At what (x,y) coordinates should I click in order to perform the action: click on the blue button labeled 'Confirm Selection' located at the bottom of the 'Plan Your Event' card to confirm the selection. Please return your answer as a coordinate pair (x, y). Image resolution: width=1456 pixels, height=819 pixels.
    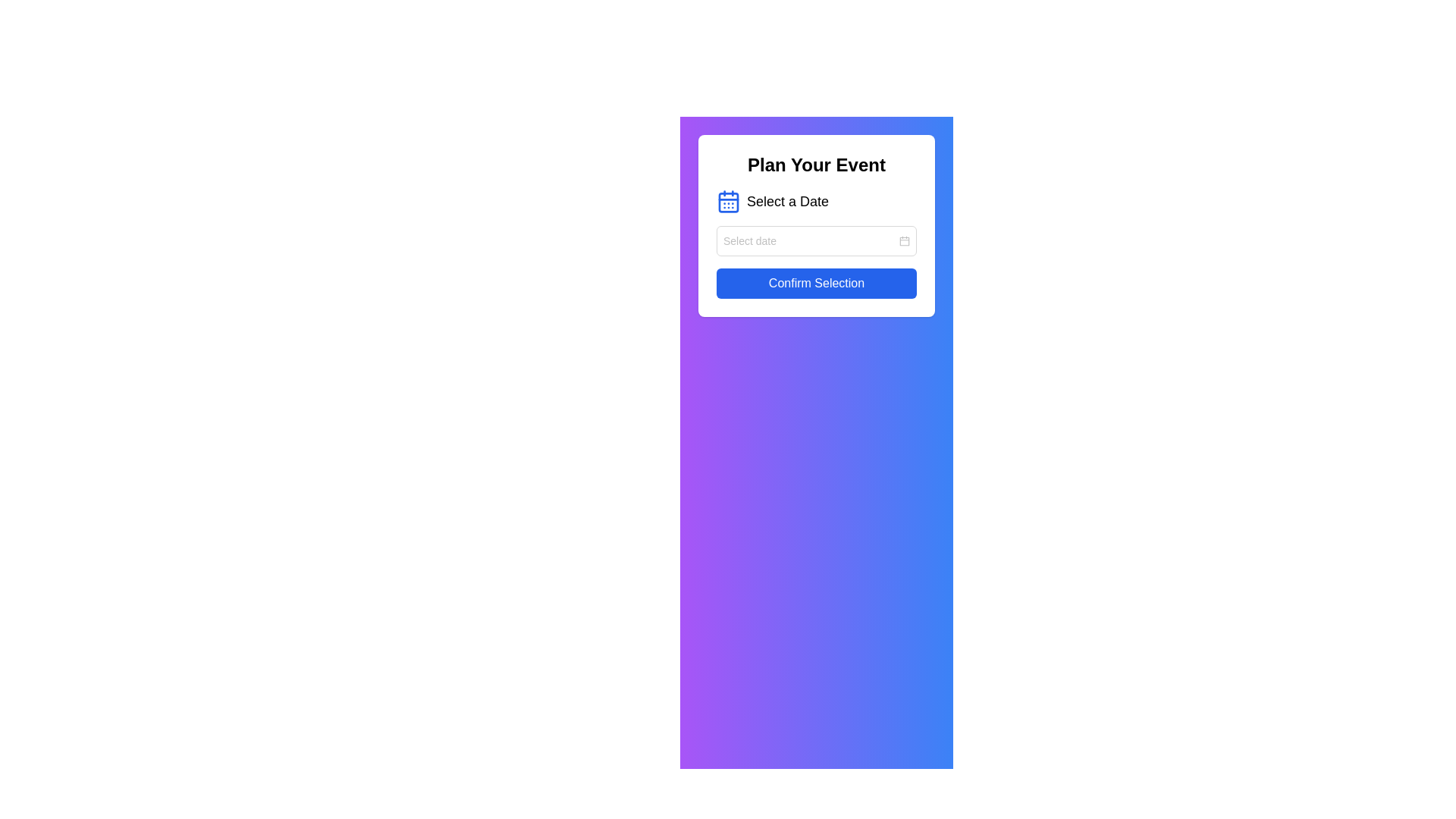
    Looking at the image, I should click on (815, 284).